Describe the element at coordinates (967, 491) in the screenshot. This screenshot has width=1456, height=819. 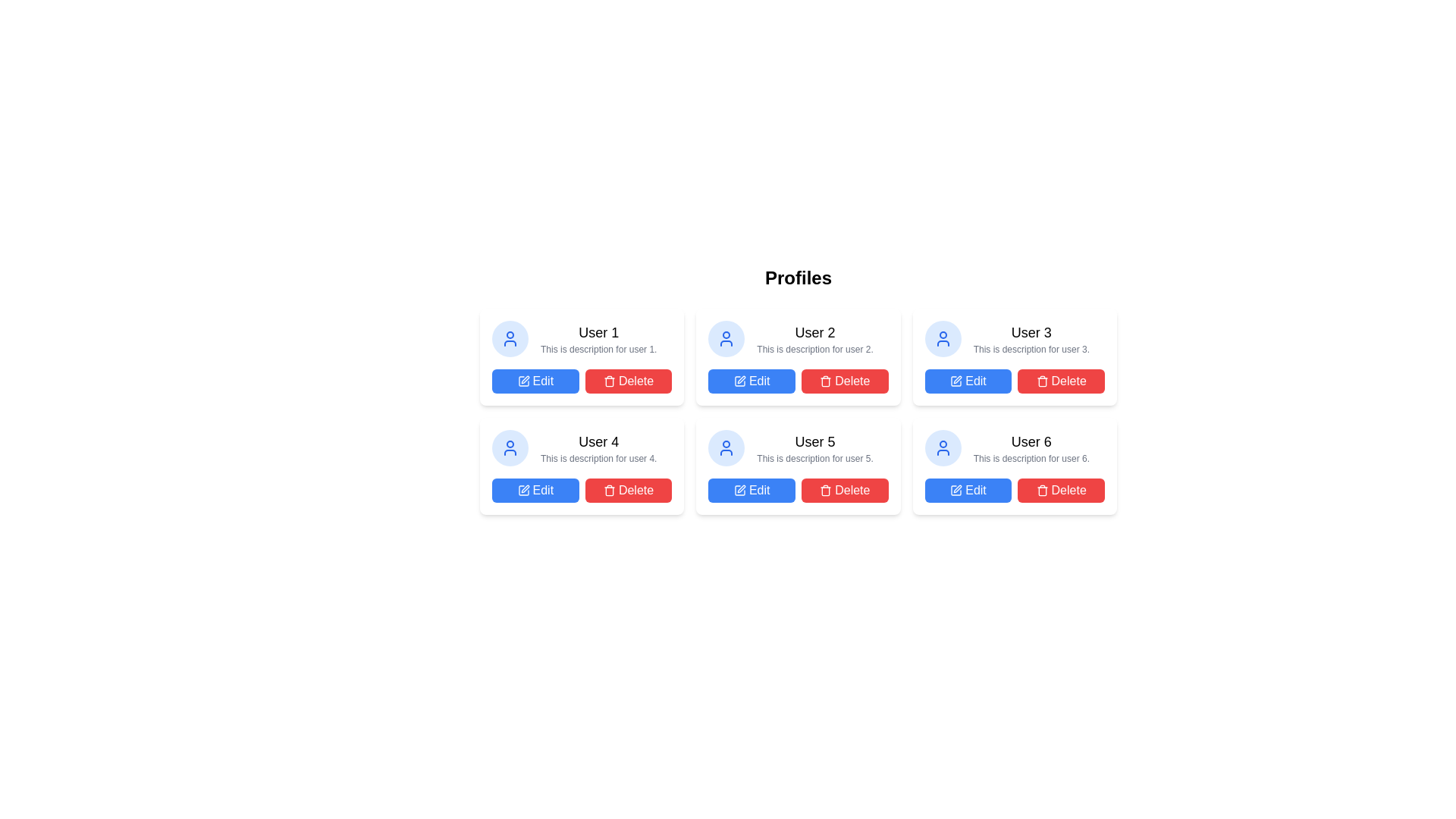
I see `the rectangular blue button with rounded corners and white text that reads 'Edit', located in the bottom-right card under 'User 6'` at that location.